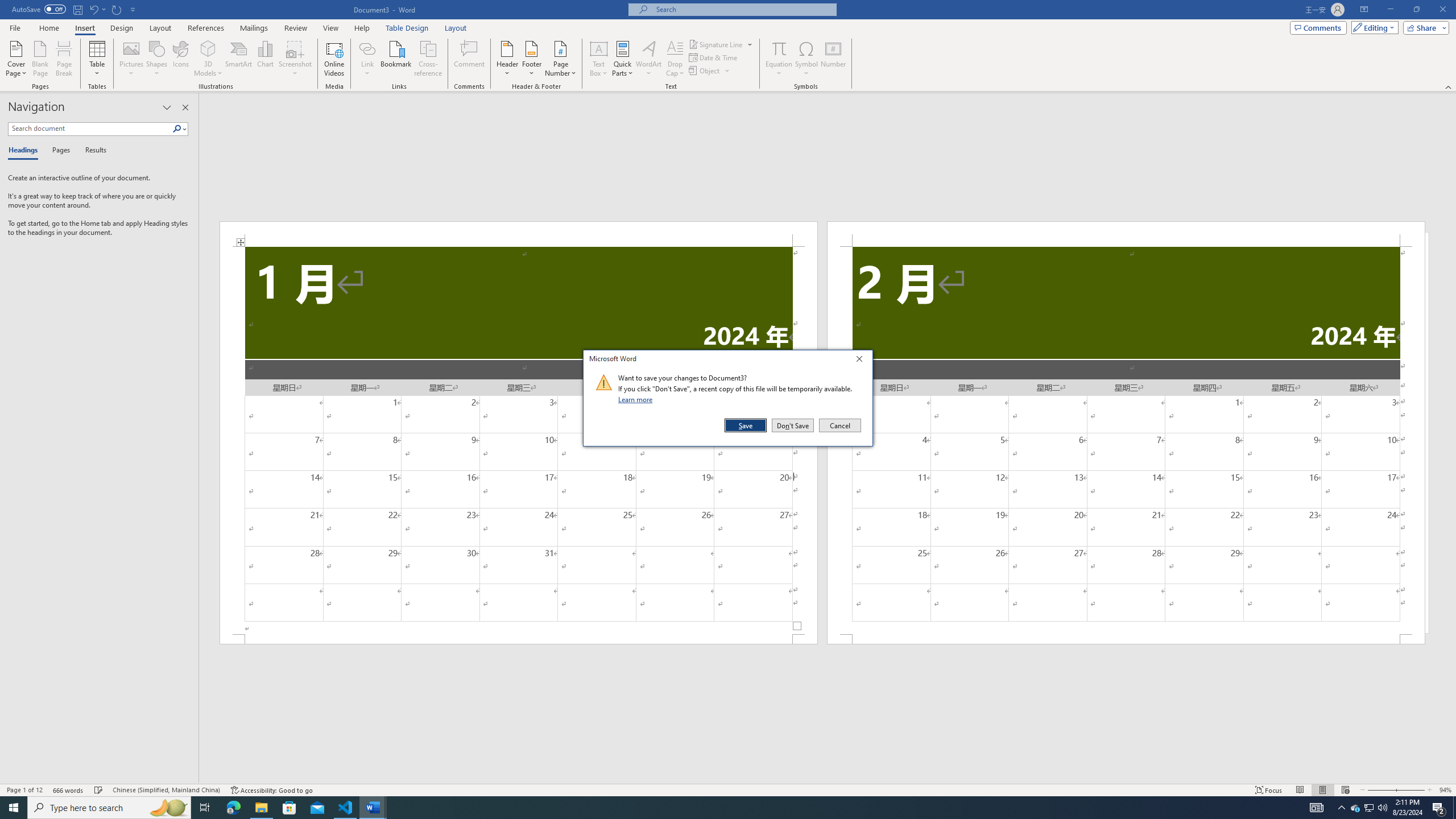 The height and width of the screenshot is (819, 1456). I want to click on 'Search', so click(179, 128).